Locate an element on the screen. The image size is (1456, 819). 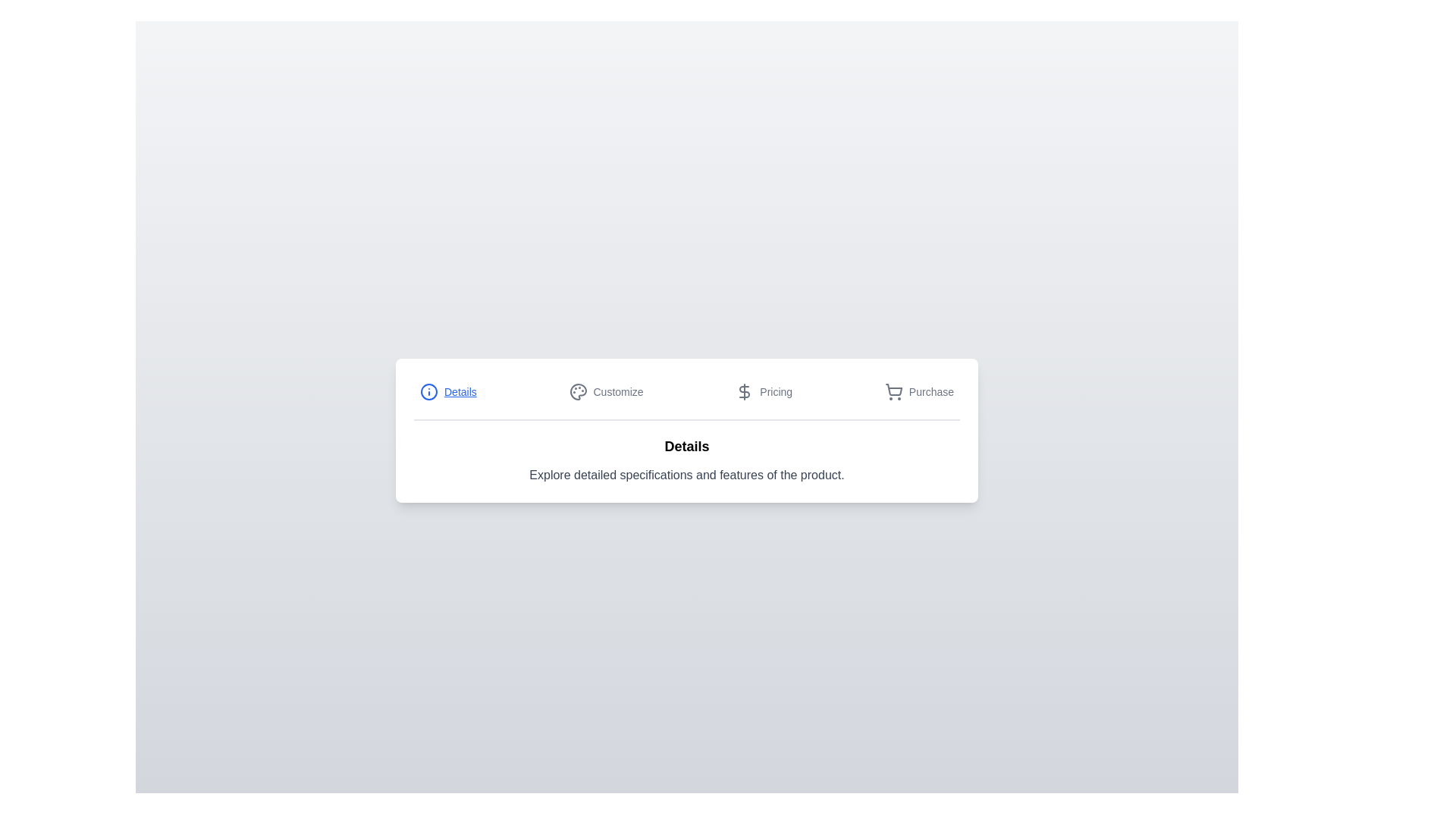
the icon next to the tab title Pricing to perform the action associated with it is located at coordinates (745, 391).